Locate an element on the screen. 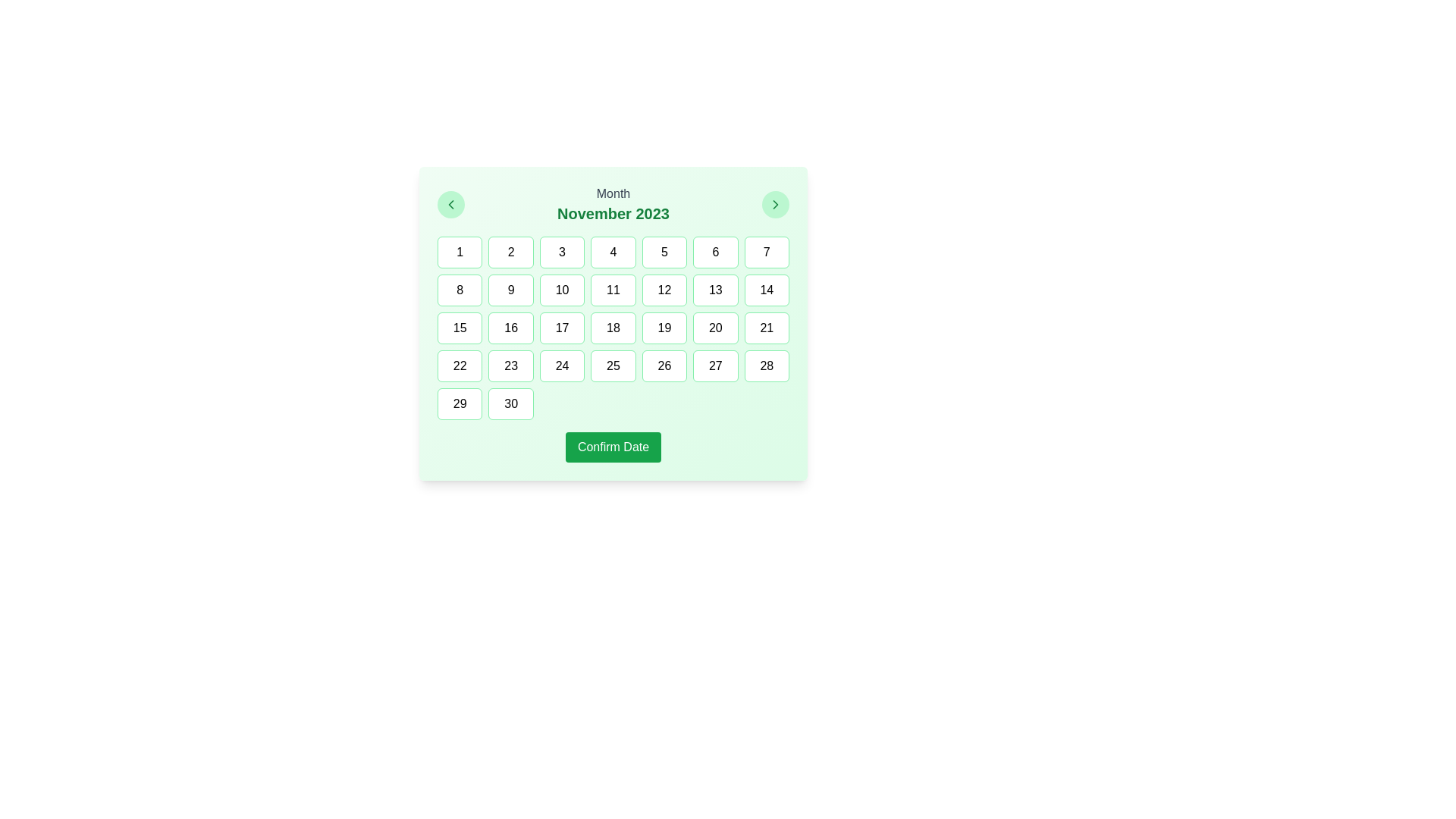 The width and height of the screenshot is (1456, 819). the button representing the date '11' in the calendar interface is located at coordinates (613, 290).